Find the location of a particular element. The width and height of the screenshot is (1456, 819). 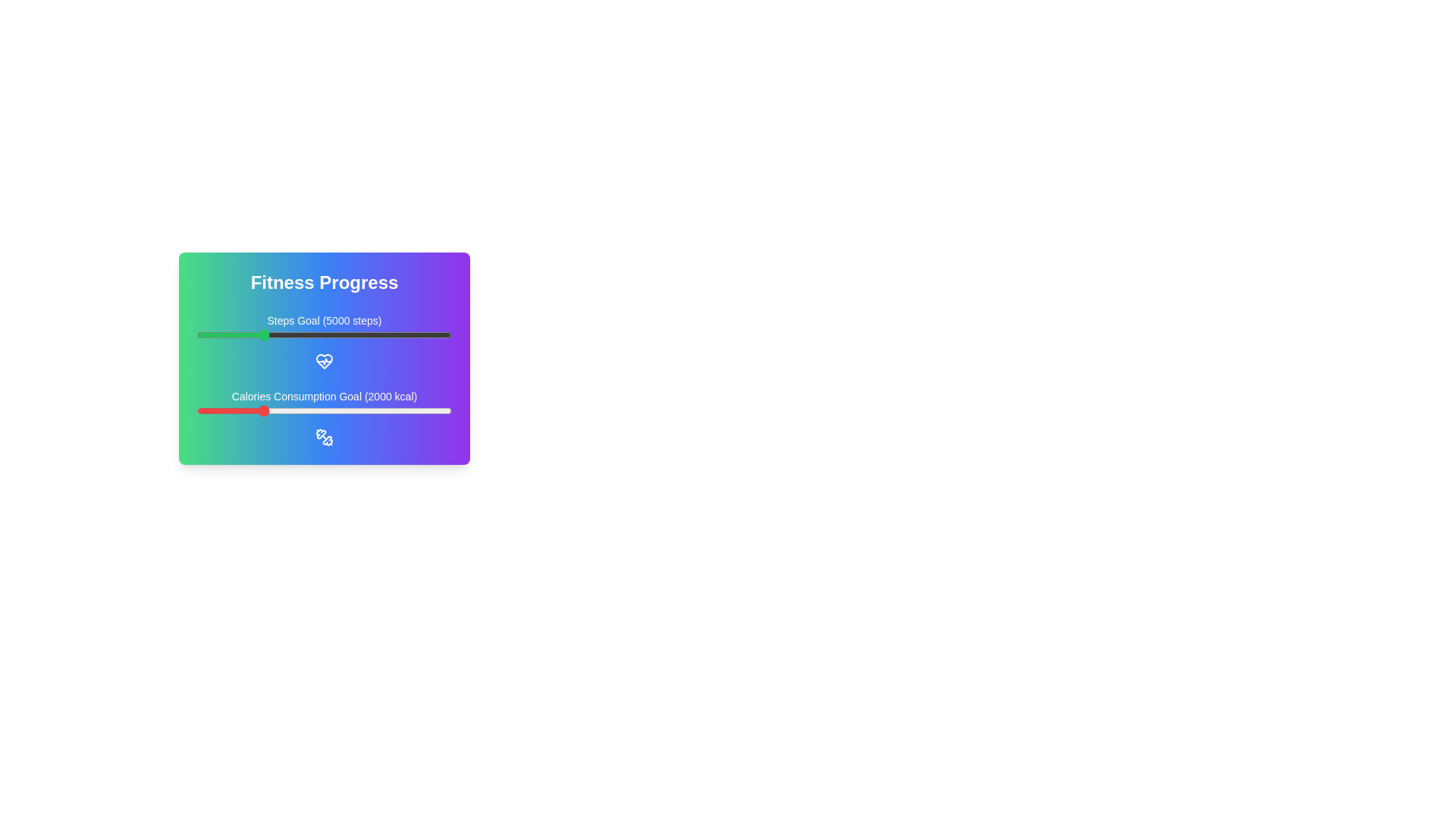

the calorie goal is located at coordinates (429, 411).